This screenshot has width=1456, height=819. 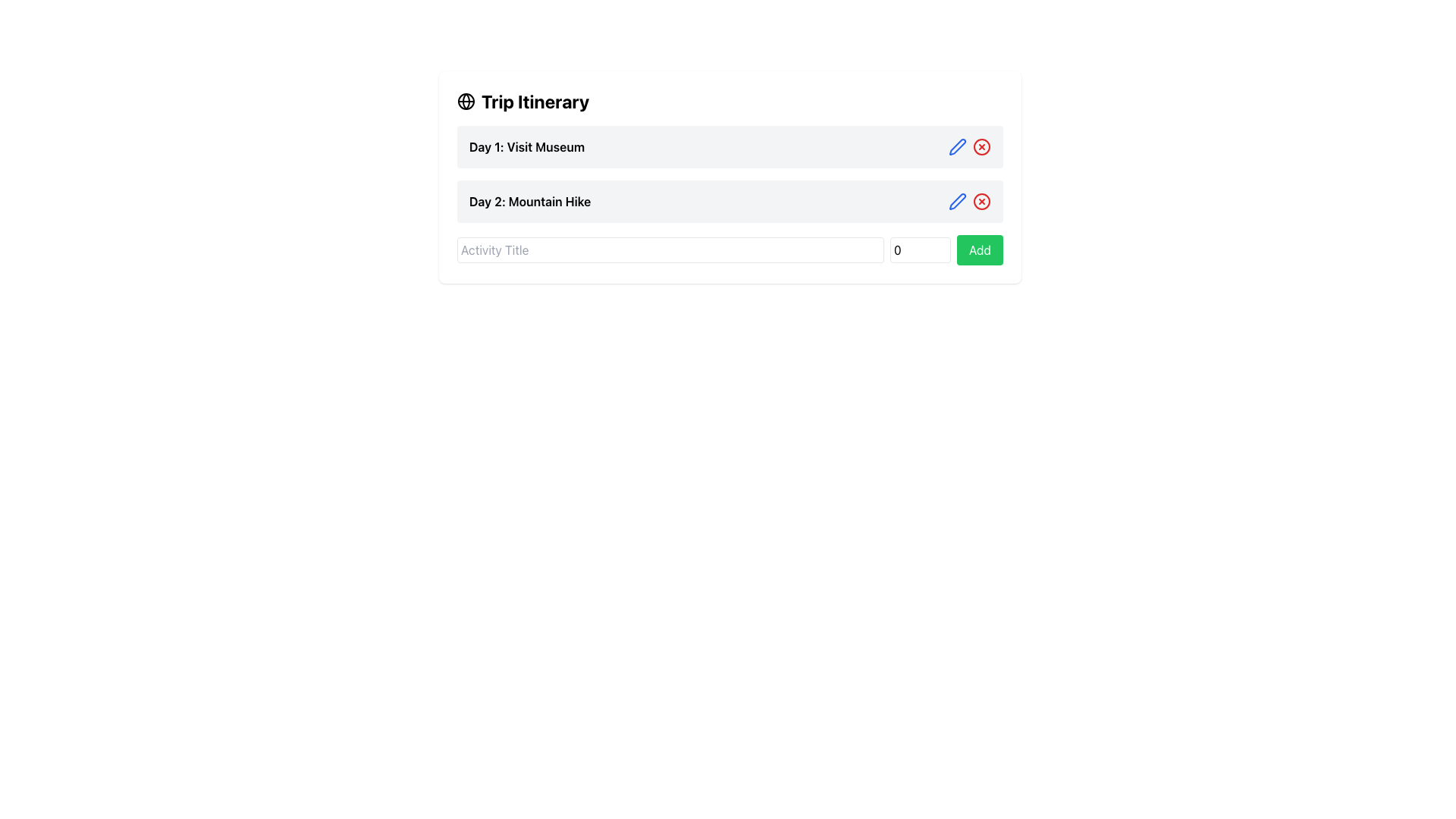 What do you see at coordinates (465, 102) in the screenshot?
I see `the globe-shaped icon located in the top left corner of the header section labeled 'Trip Itinerary'` at bounding box center [465, 102].